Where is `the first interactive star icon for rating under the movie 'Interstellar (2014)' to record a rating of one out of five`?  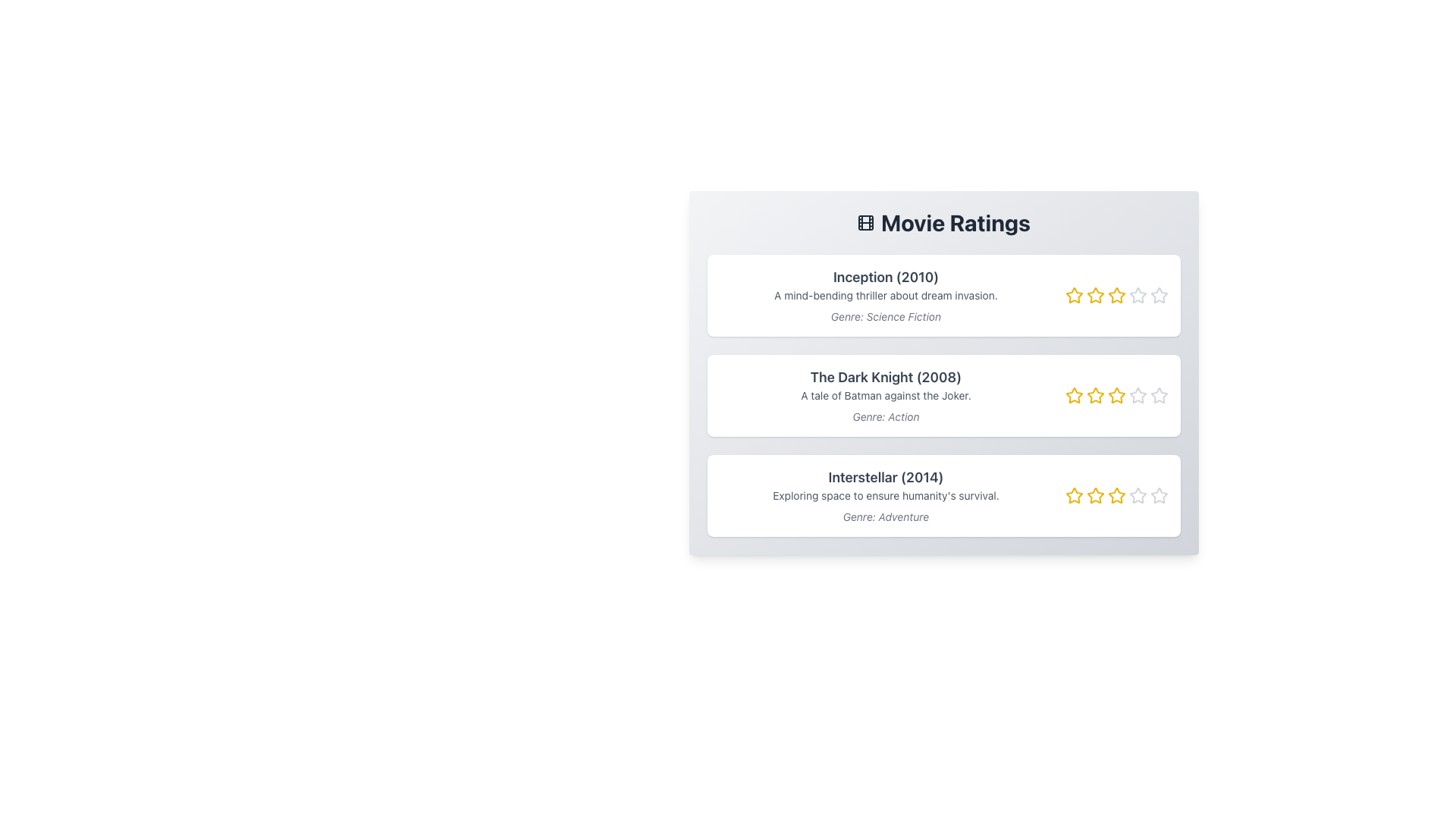
the first interactive star icon for rating under the movie 'Interstellar (2014)' to record a rating of one out of five is located at coordinates (1073, 496).